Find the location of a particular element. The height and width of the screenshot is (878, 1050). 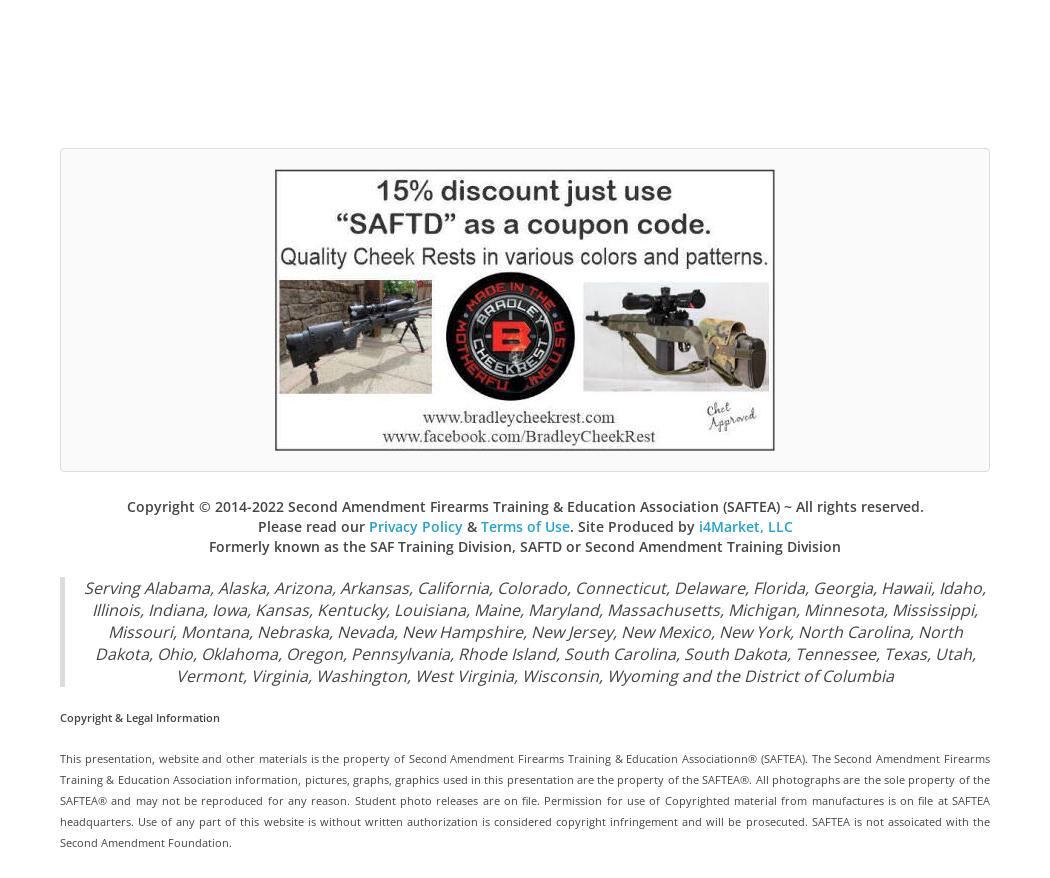

'headquarters. Use of any part of this website is without written authorization is considered copyright infringement and will be prosecuted.' is located at coordinates (434, 820).